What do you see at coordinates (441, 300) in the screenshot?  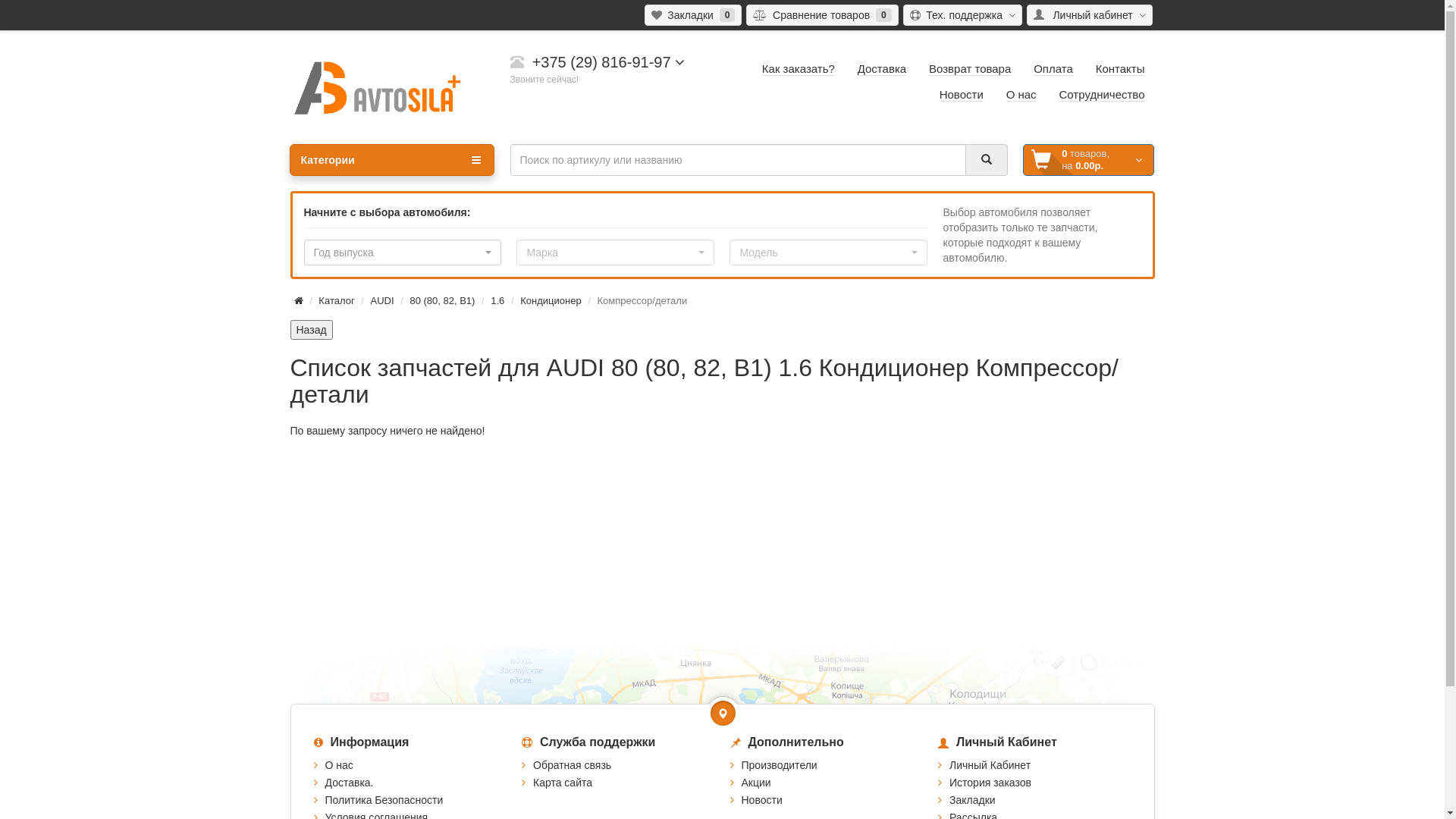 I see `'80 (80, 82, B1)'` at bounding box center [441, 300].